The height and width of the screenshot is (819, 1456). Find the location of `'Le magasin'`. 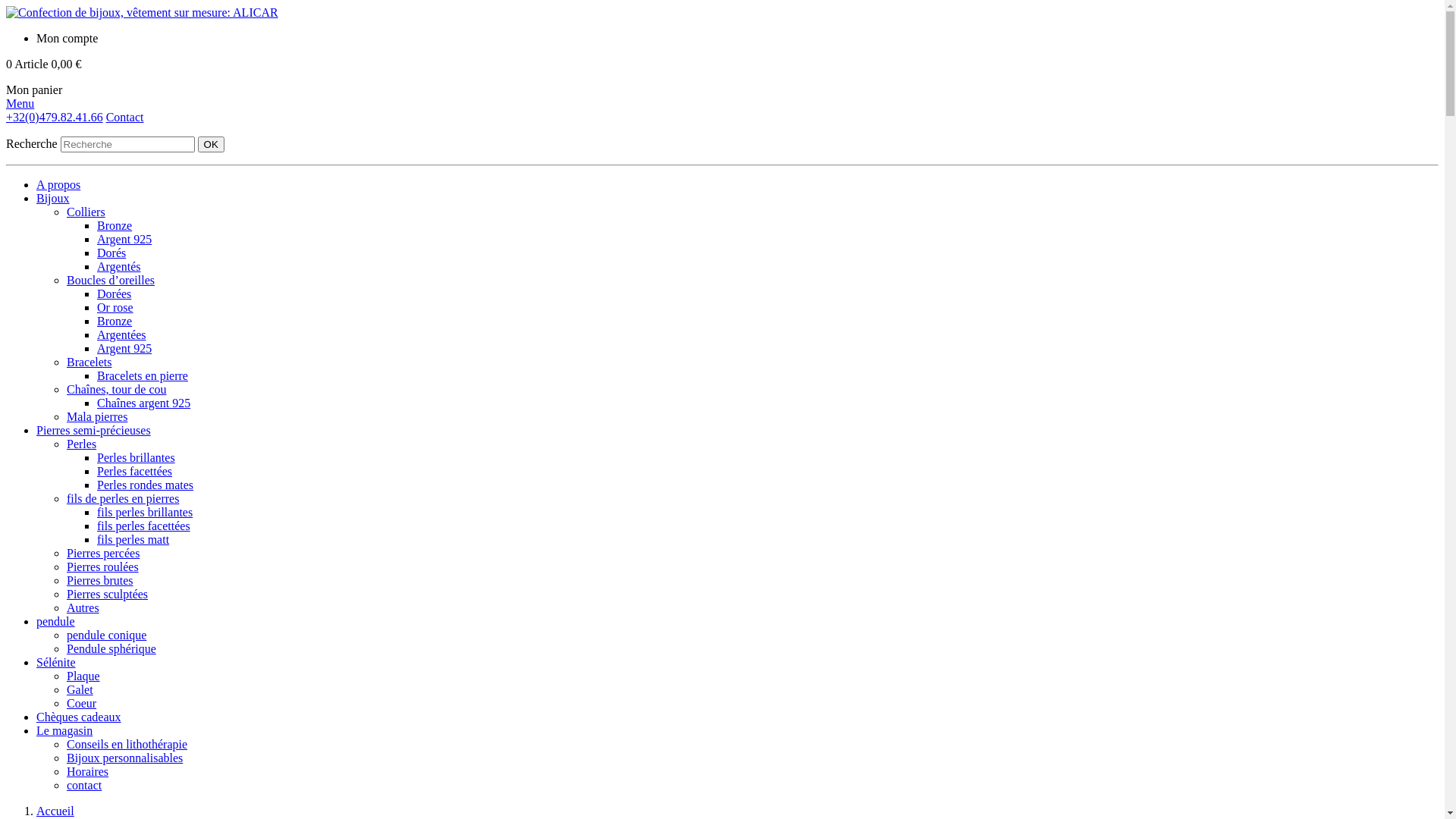

'Le magasin' is located at coordinates (64, 730).